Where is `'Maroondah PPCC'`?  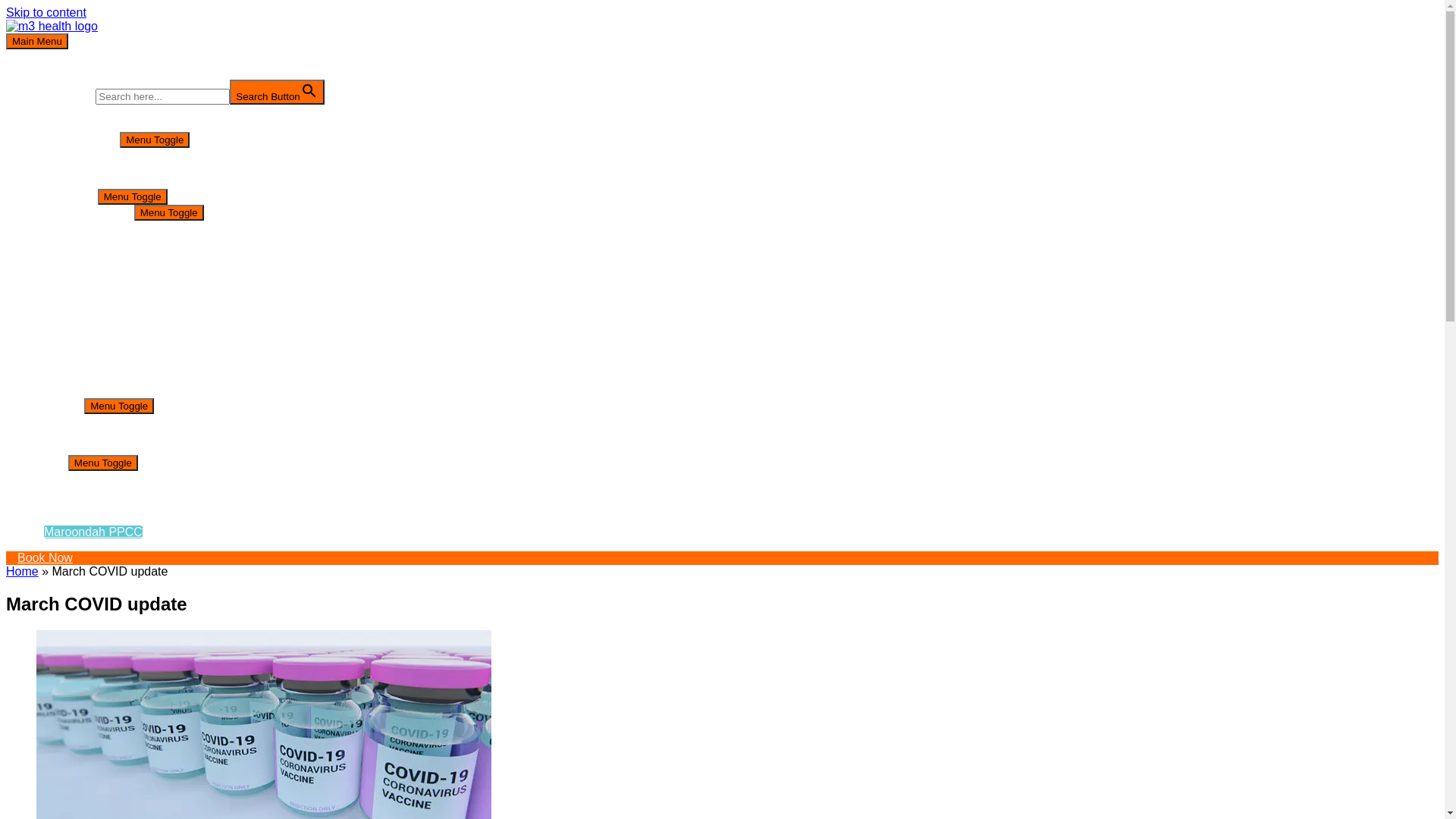 'Maroondah PPCC' is located at coordinates (93, 531).